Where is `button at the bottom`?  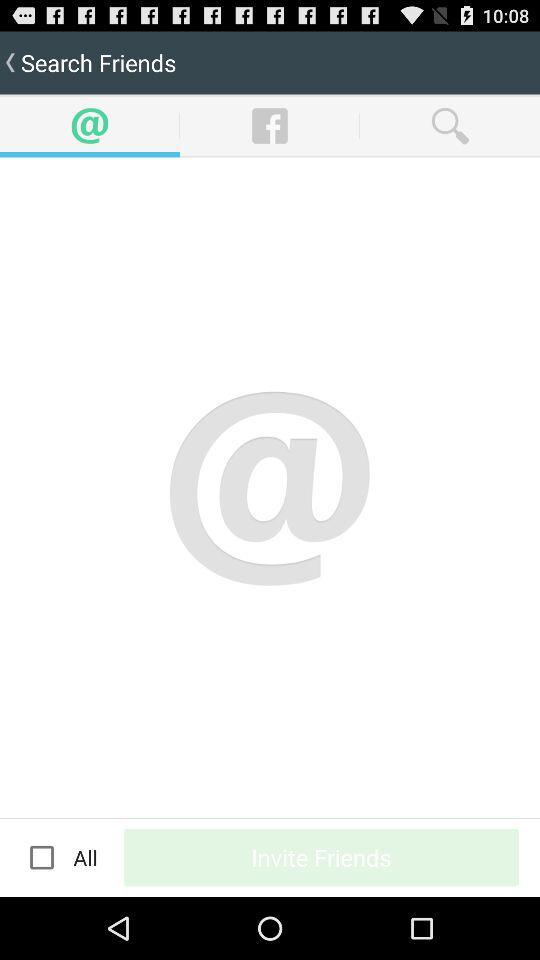 button at the bottom is located at coordinates (321, 856).